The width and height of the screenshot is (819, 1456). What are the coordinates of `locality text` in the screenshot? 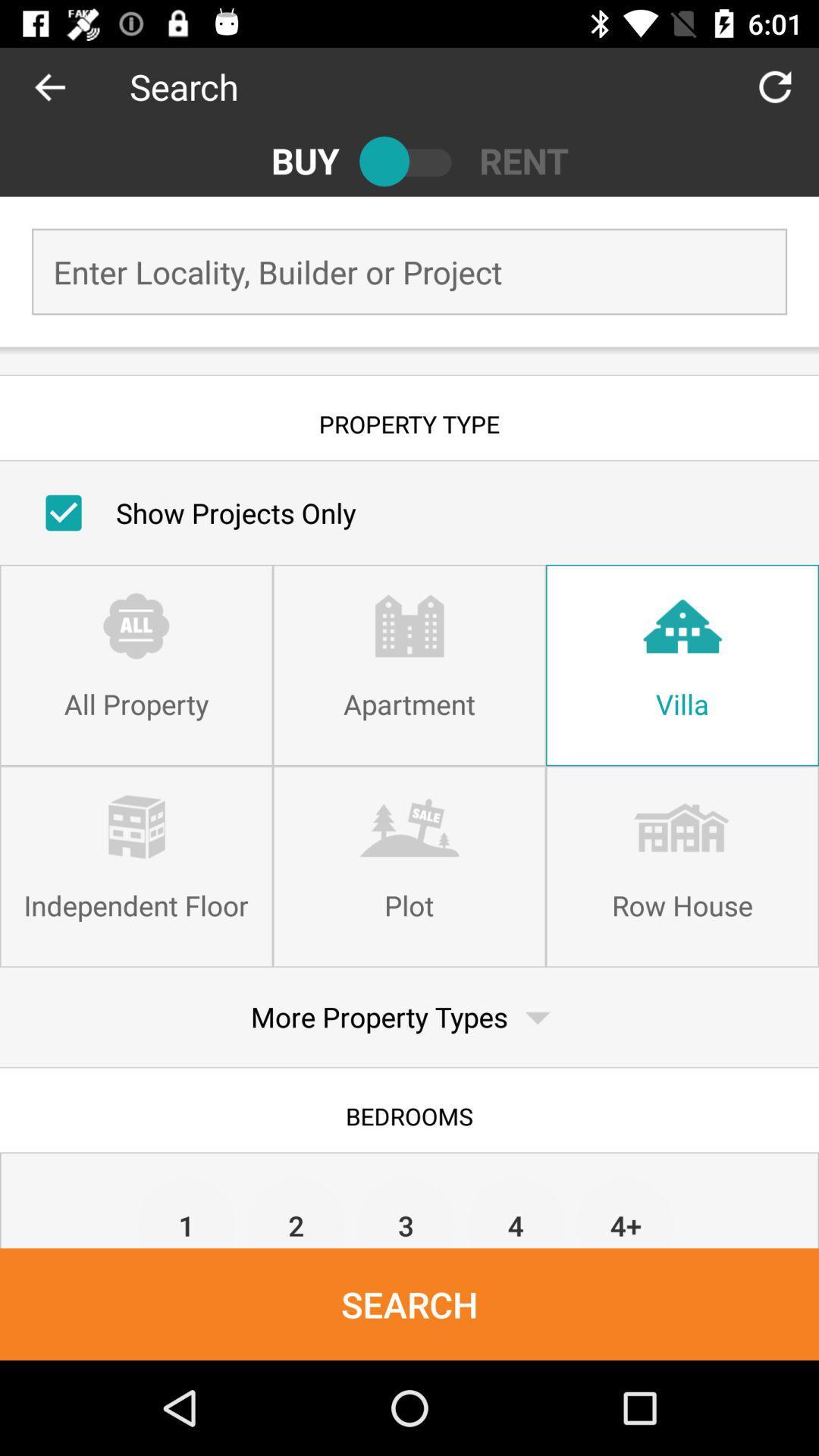 It's located at (409, 271).